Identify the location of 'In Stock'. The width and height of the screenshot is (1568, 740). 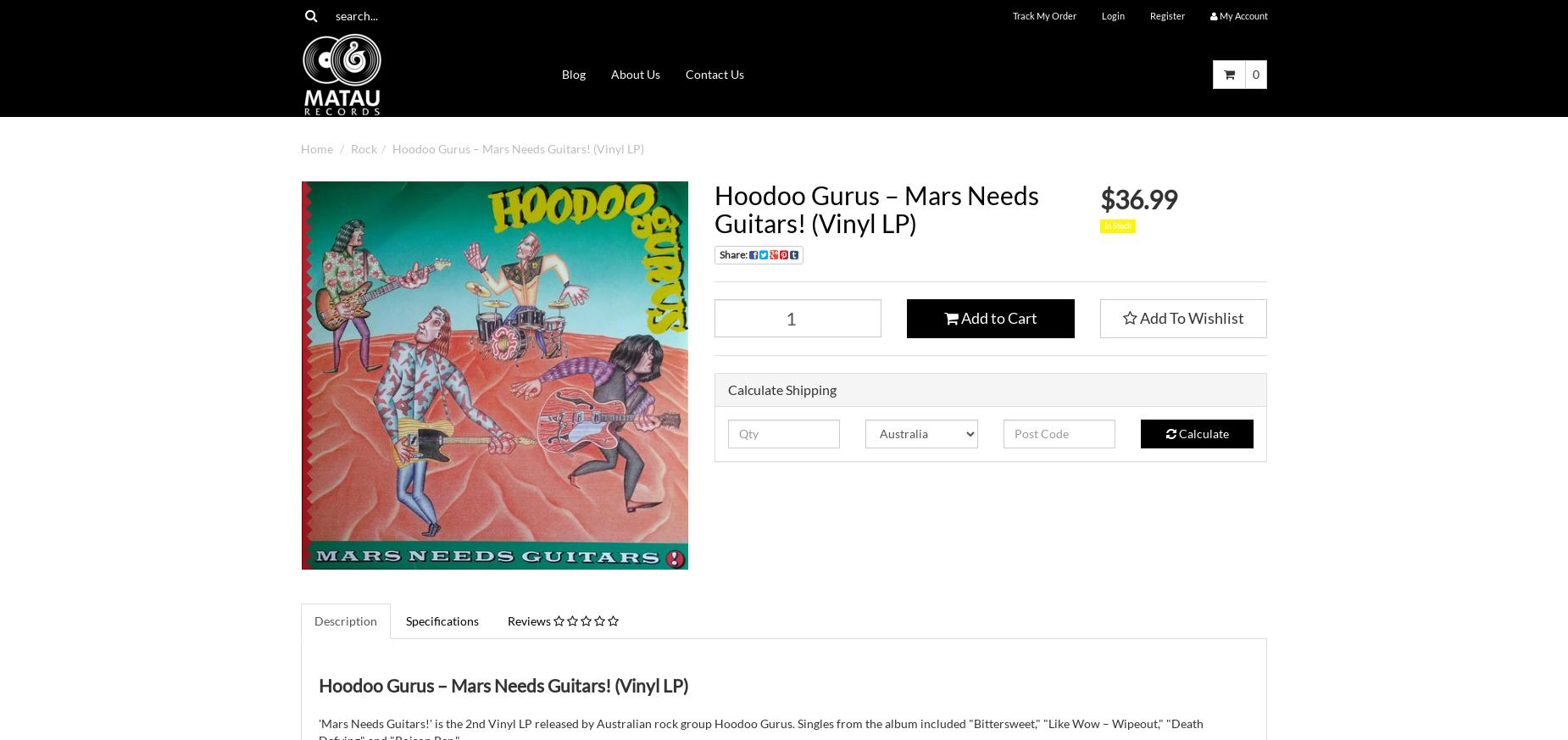
(1103, 225).